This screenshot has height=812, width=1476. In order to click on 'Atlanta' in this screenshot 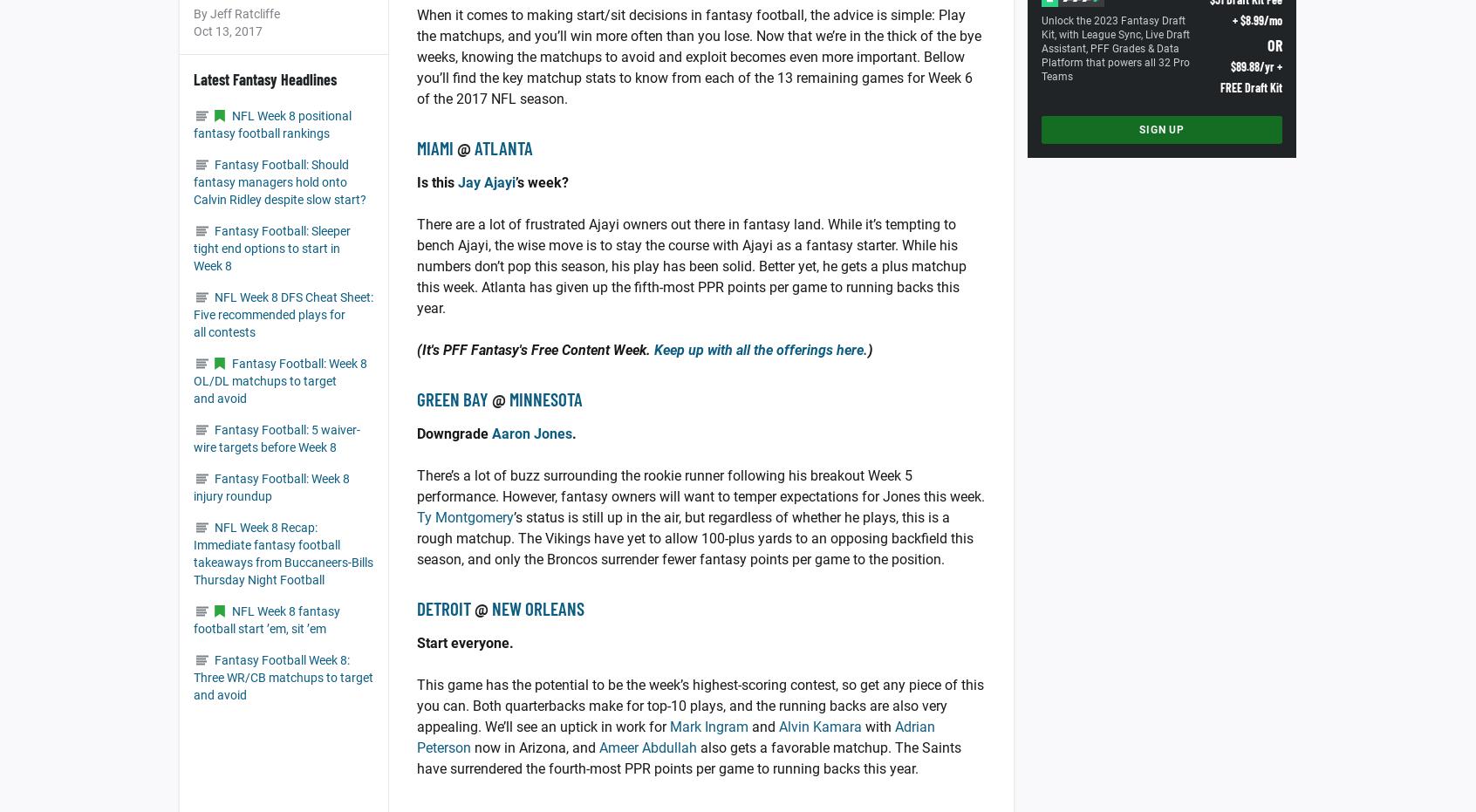, I will do `click(502, 147)`.